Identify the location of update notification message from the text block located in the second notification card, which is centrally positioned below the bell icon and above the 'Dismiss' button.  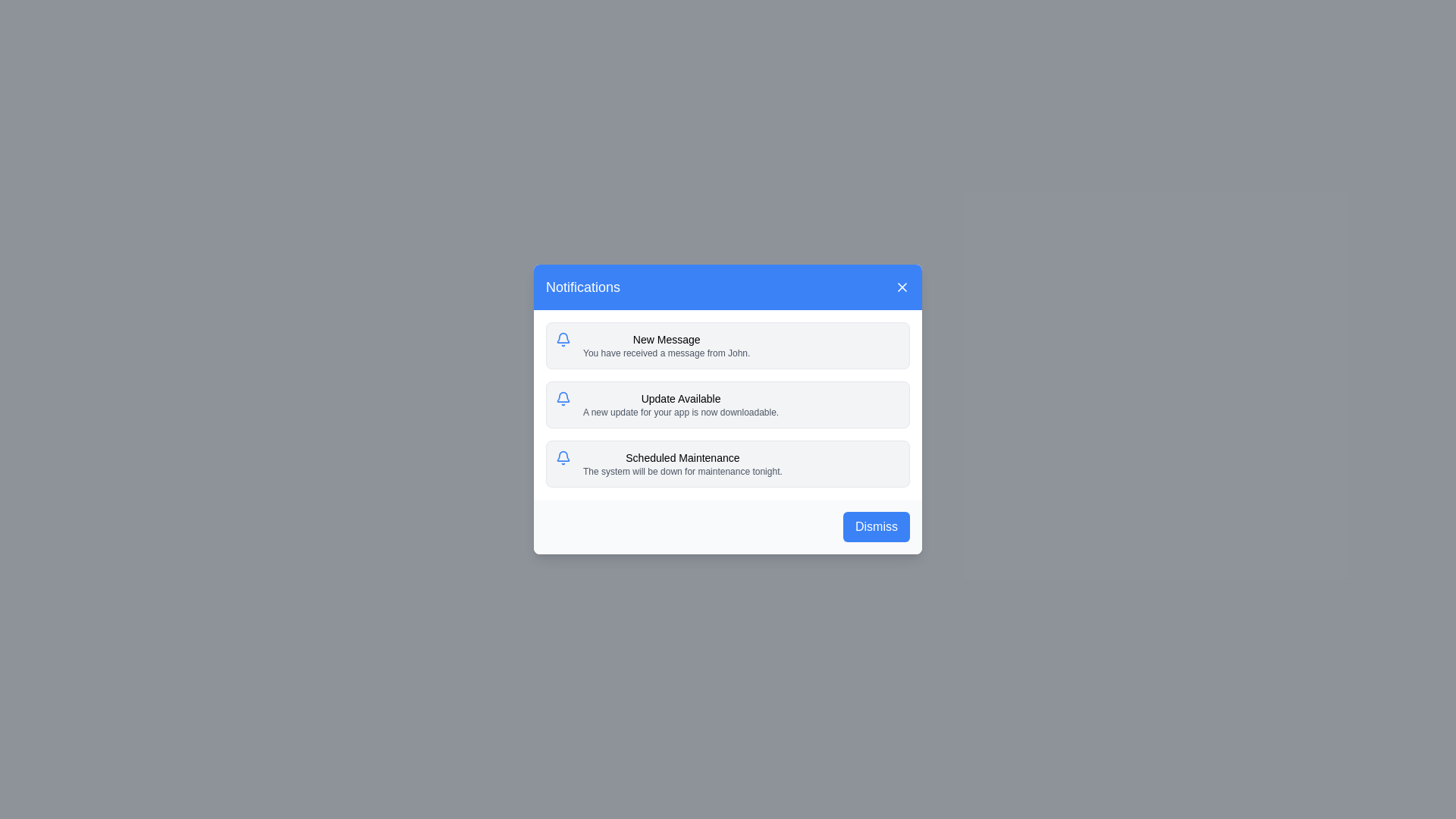
(680, 403).